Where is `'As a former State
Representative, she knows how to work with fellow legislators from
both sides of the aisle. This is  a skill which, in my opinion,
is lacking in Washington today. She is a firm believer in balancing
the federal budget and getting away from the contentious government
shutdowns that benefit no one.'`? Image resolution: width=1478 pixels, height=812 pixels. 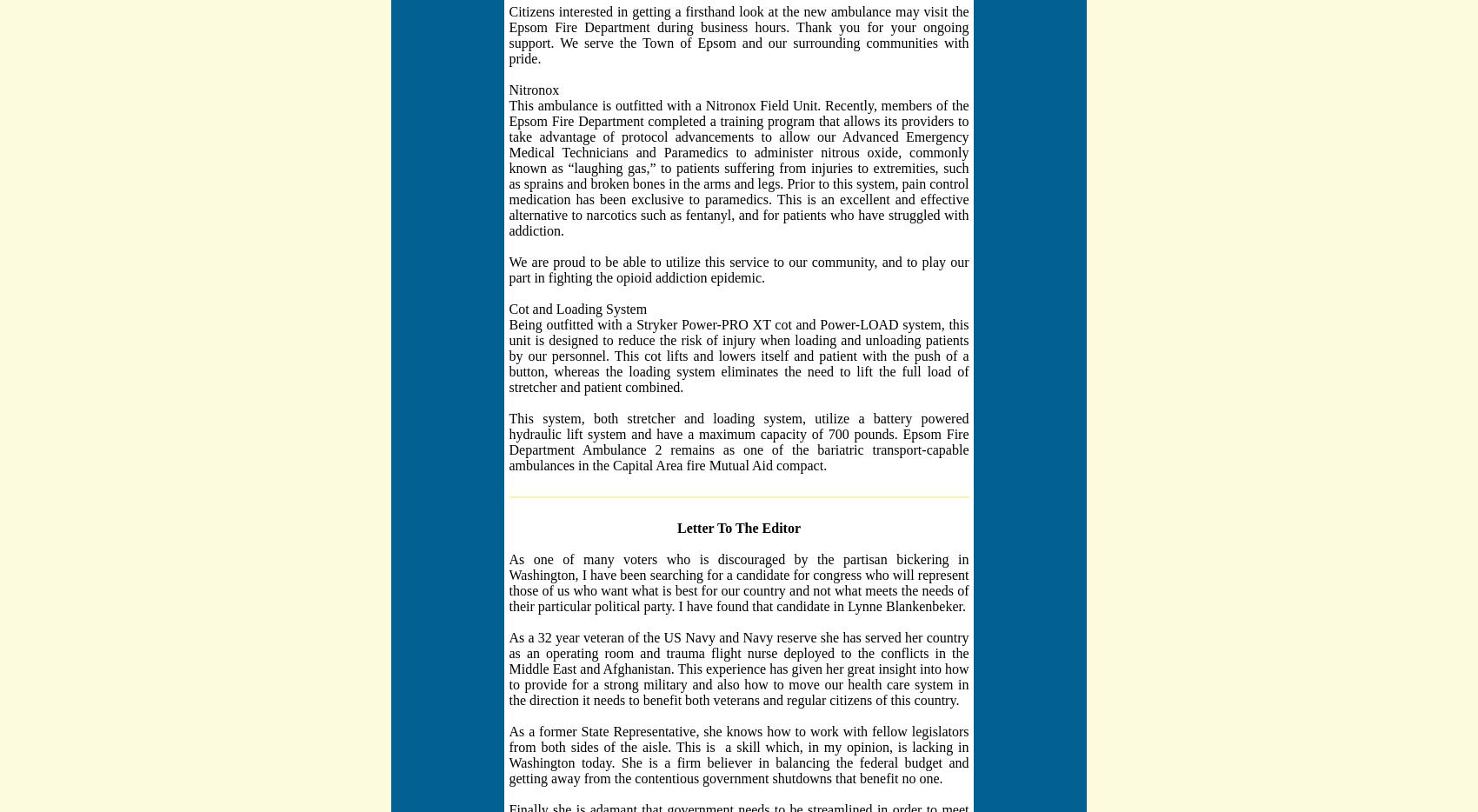
'As a former State
Representative, she knows how to work with fellow legislators from
both sides of the aisle. This is  a skill which, in my opinion,
is lacking in Washington today. She is a firm believer in balancing
the federal budget and getting away from the contentious government
shutdowns that benefit no one.' is located at coordinates (737, 753).